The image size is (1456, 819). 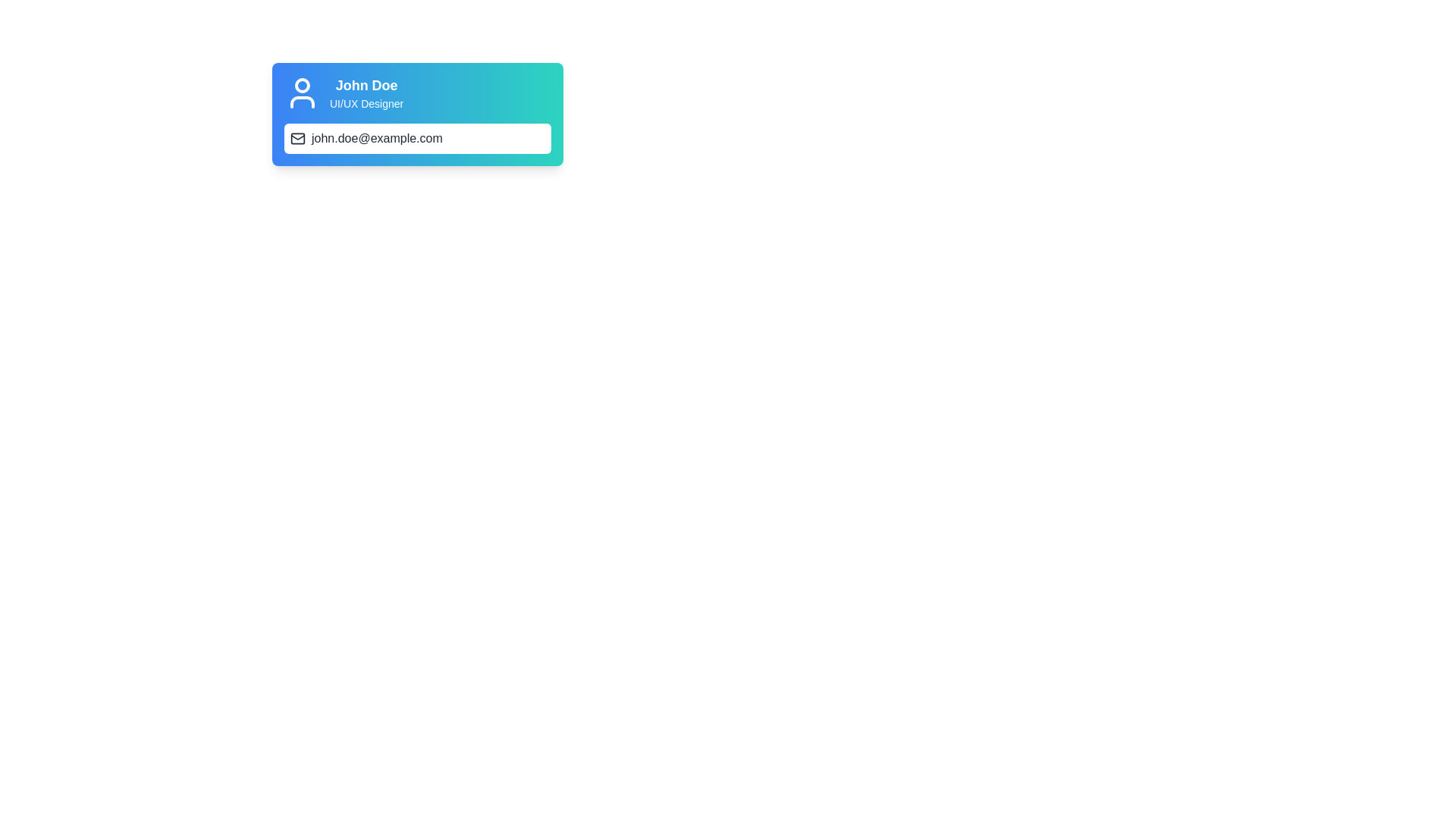 I want to click on the SVG circle graphical element that represents the top portion of the user's face within the user icon in the top left corner of the user panel, so click(x=302, y=85).